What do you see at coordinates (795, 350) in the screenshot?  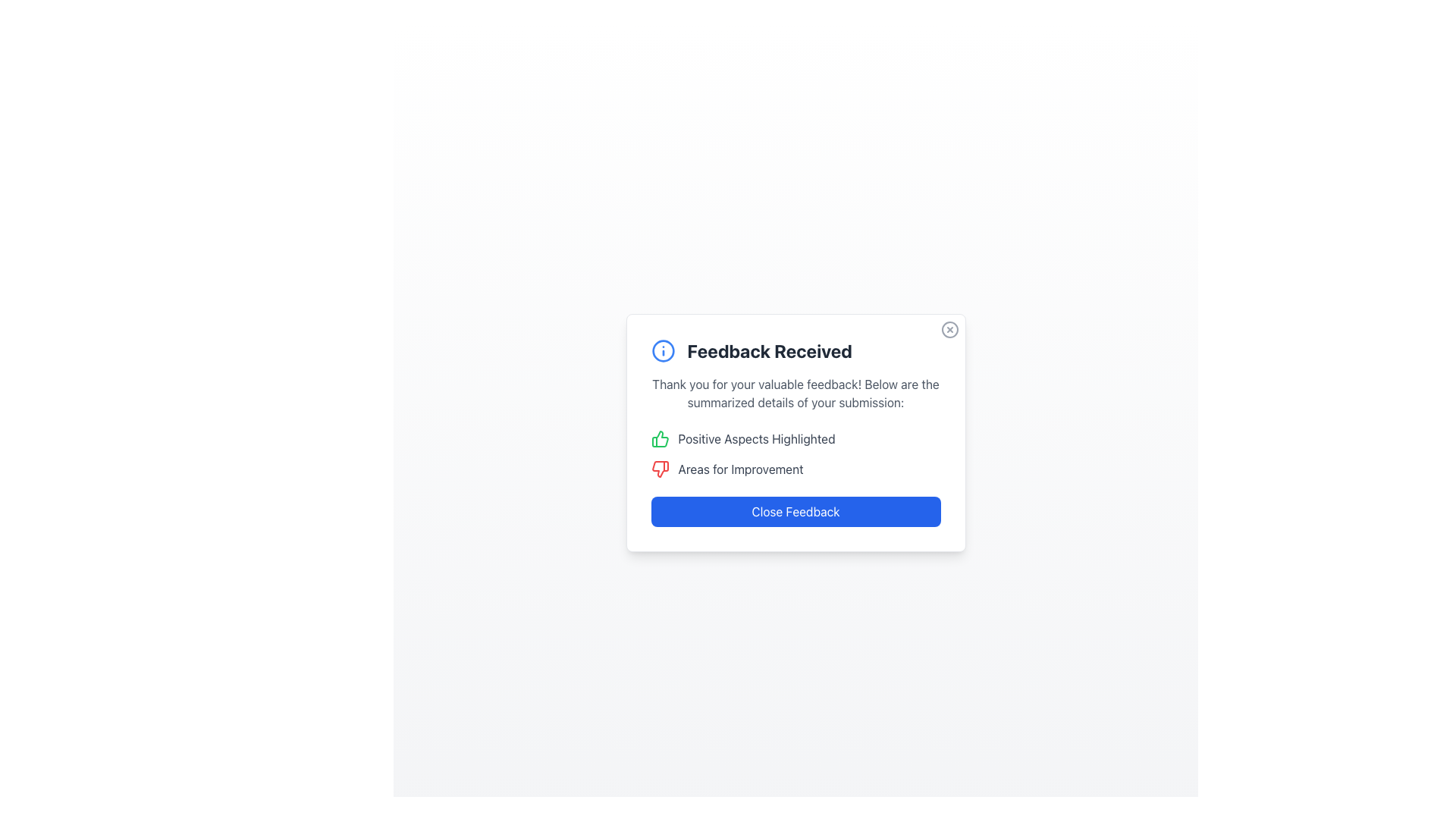 I see `the heading element that serves as the title for the feedback modal, located at the top section of the centered card` at bounding box center [795, 350].